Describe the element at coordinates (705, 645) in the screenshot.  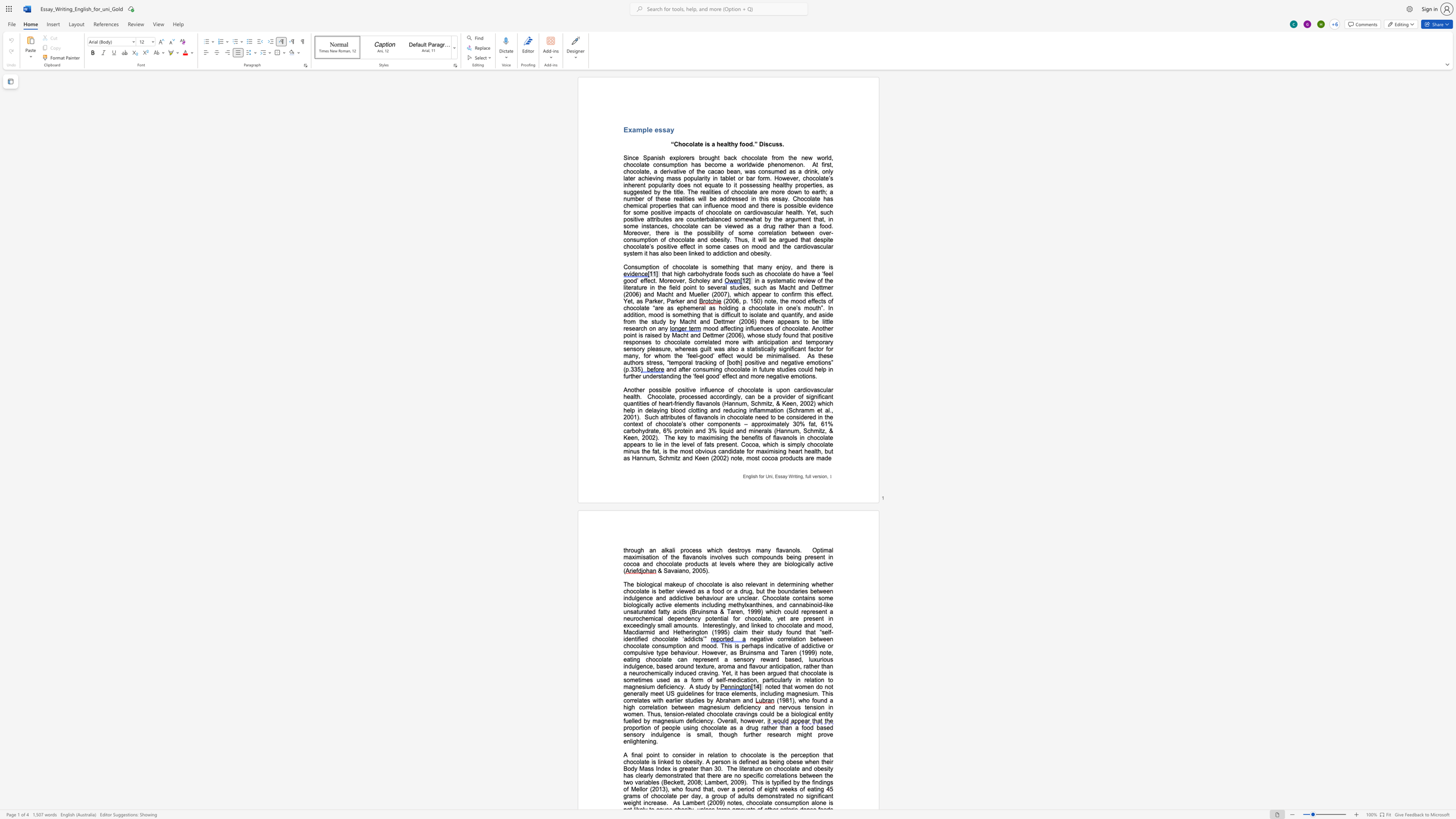
I see `the space between the continuous character "m" and "o" in the text` at that location.